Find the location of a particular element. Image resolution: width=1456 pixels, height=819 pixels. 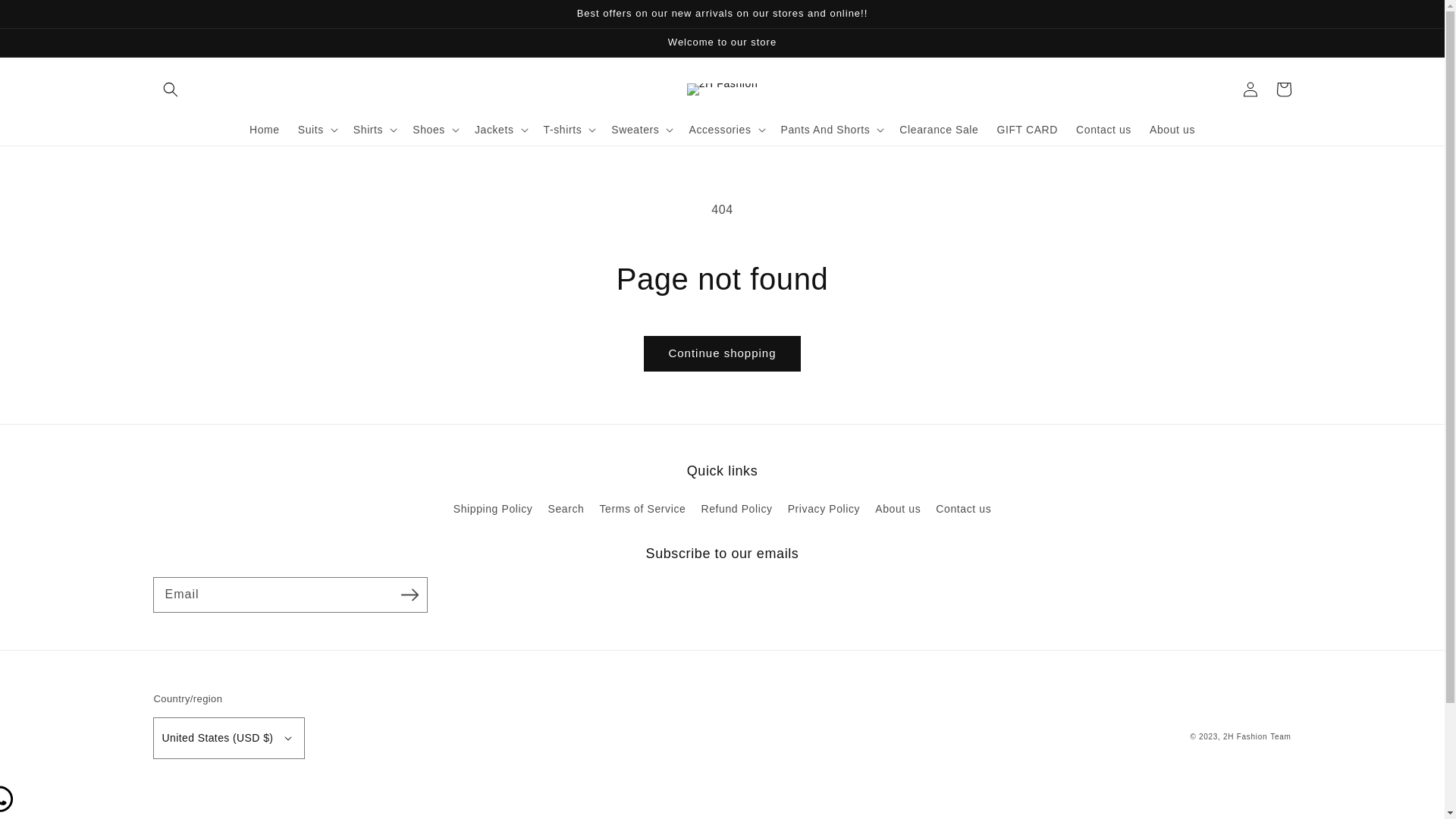

'Privacy Policy' is located at coordinates (823, 509).